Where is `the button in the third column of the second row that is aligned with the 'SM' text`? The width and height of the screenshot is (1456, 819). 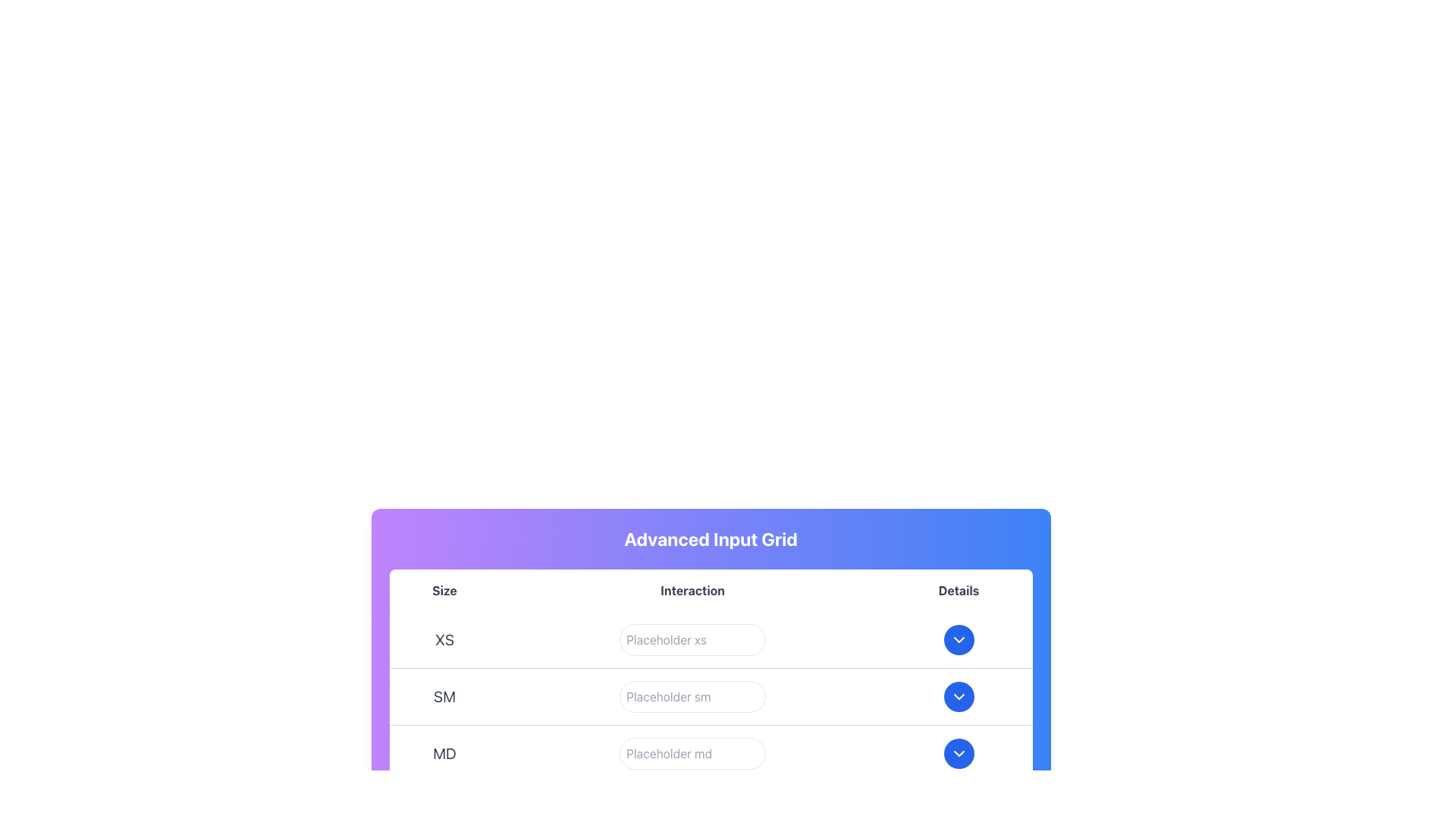 the button in the third column of the second row that is aligned with the 'SM' text is located at coordinates (958, 696).